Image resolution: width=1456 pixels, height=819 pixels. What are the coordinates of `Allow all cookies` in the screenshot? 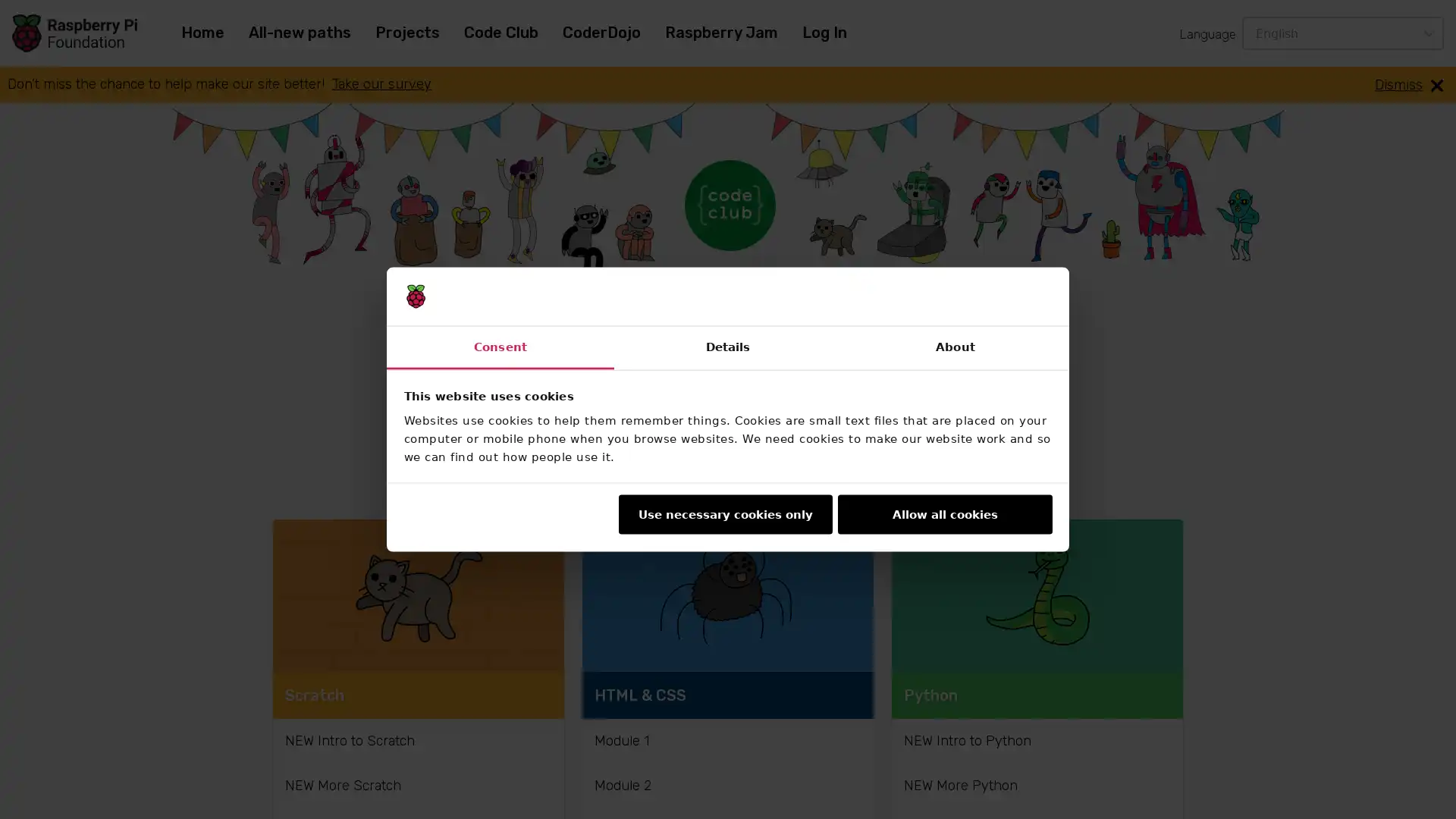 It's located at (944, 513).